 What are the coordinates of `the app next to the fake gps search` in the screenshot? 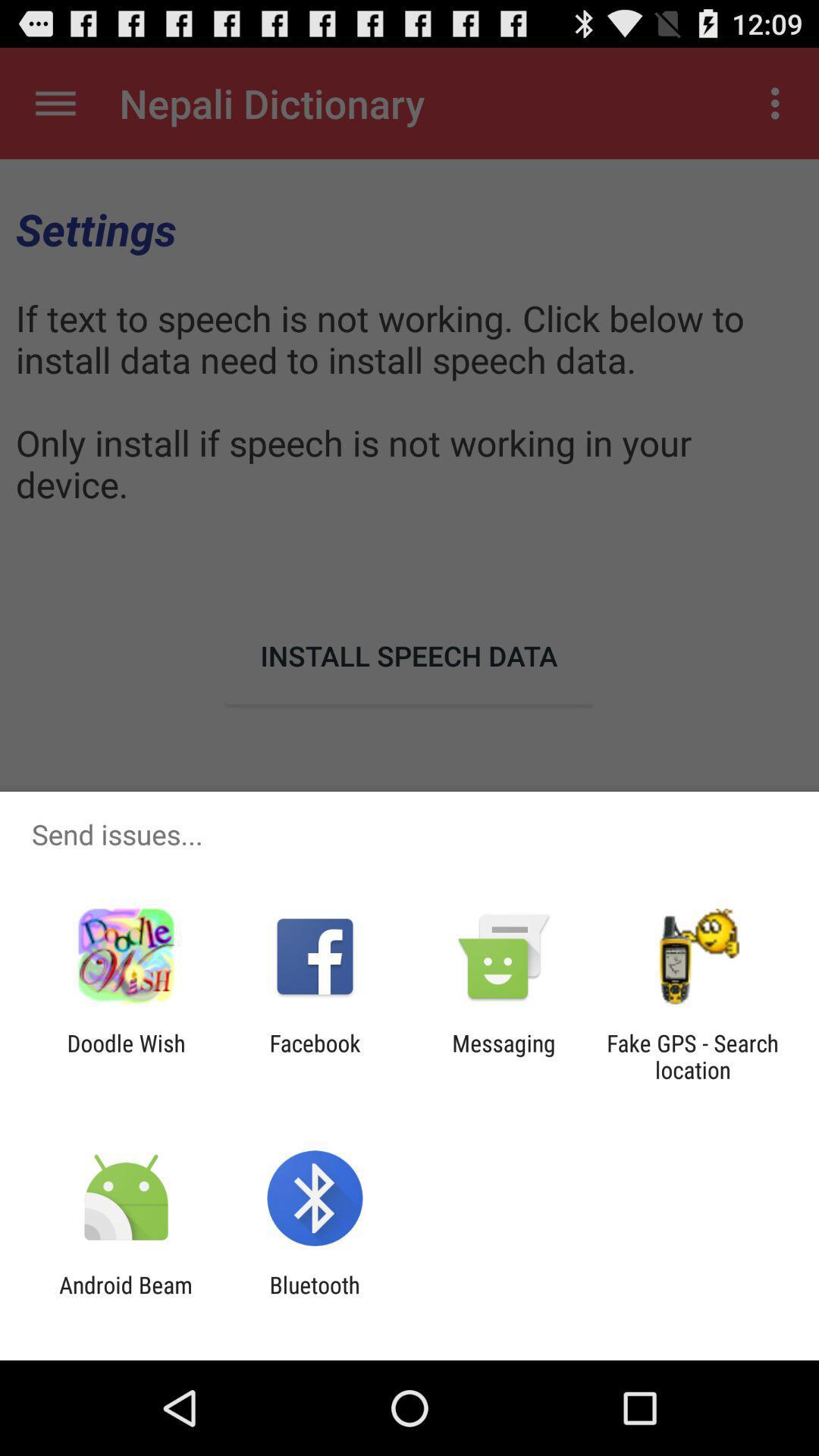 It's located at (504, 1056).